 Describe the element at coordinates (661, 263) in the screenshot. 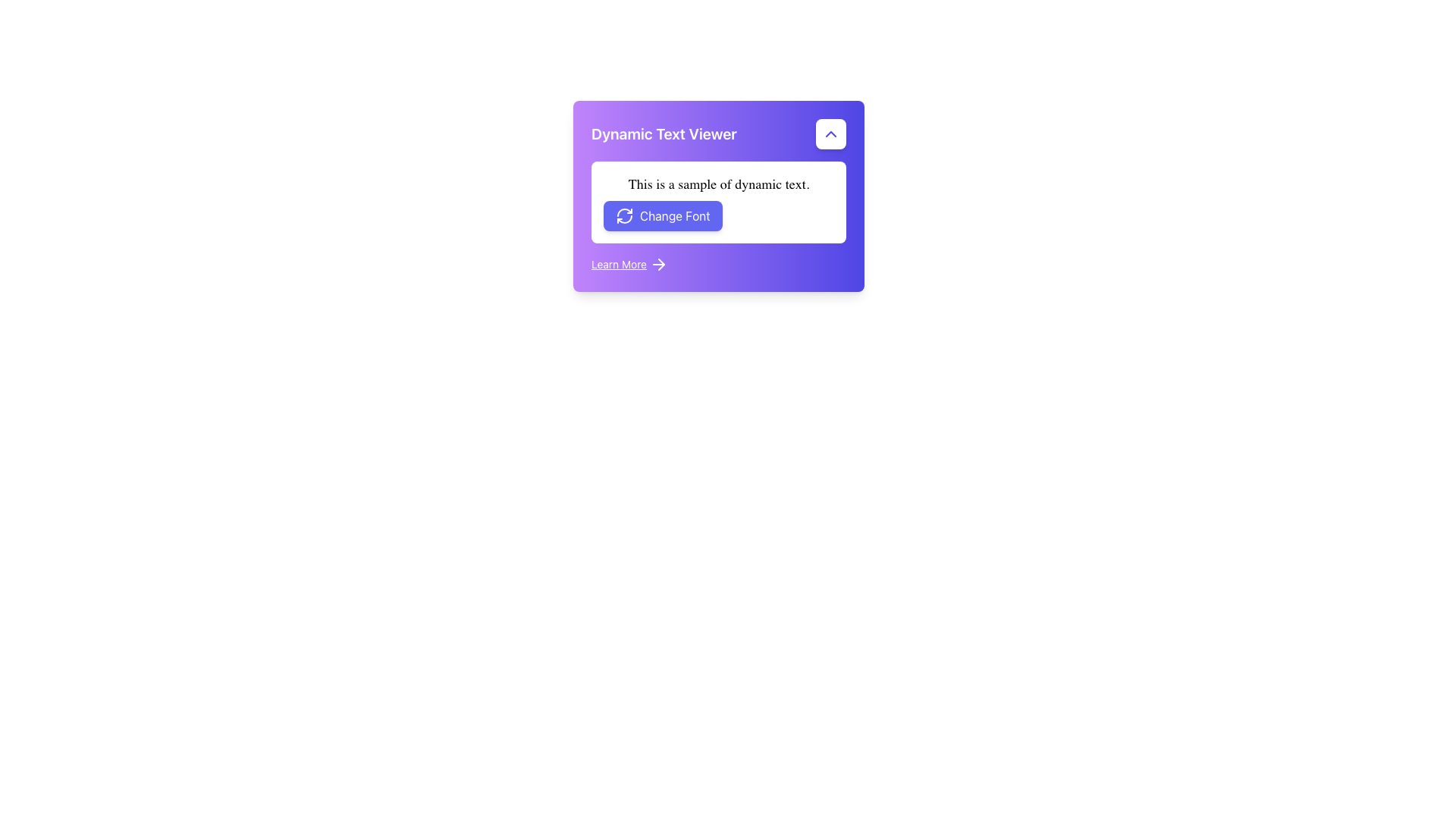

I see `the navigation arrow icon located in the lower part of the card` at that location.